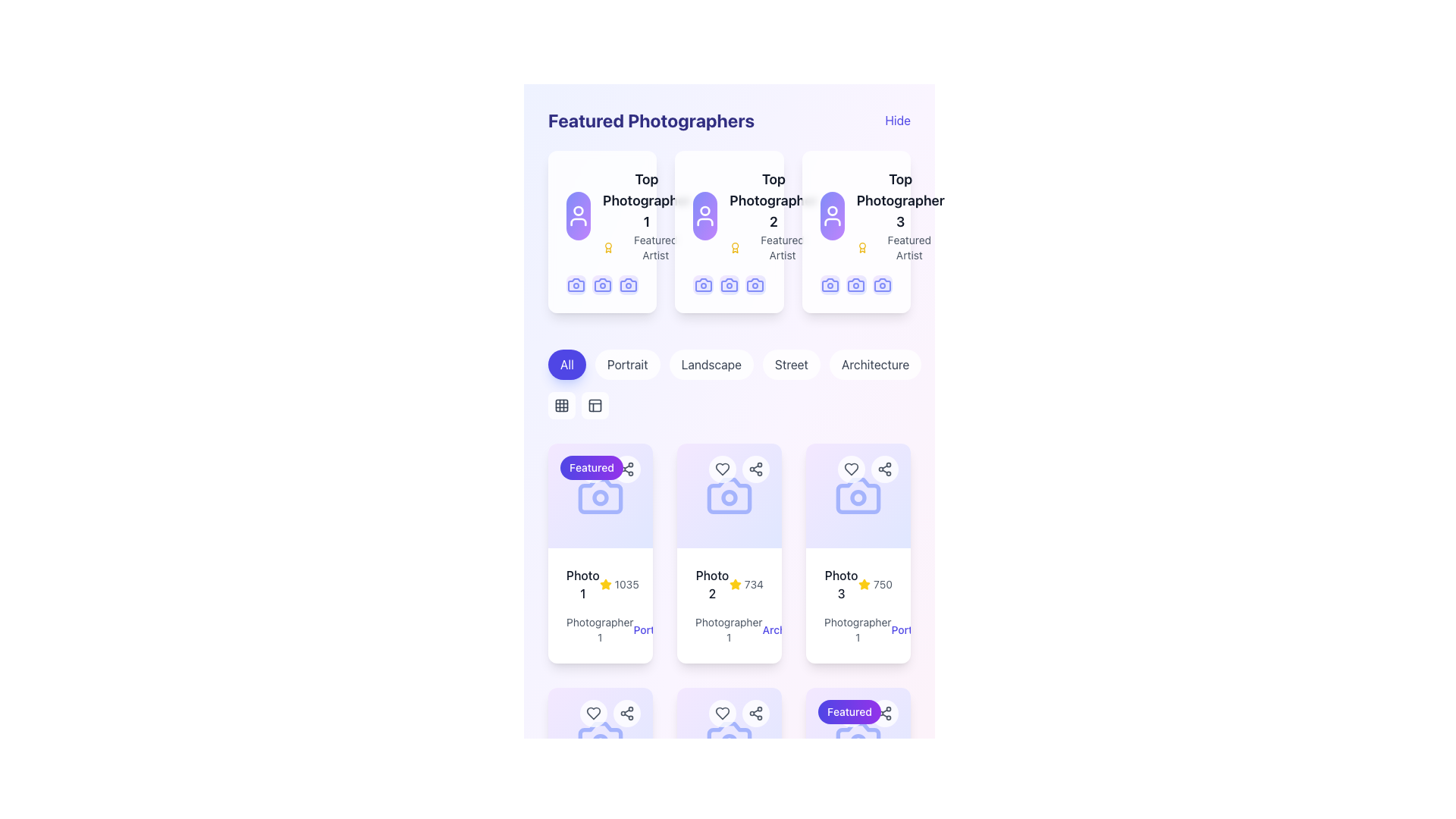  Describe the element at coordinates (831, 216) in the screenshot. I see `the circular user avatar with a gradient background in the 'Top Photographer 3' section` at that location.